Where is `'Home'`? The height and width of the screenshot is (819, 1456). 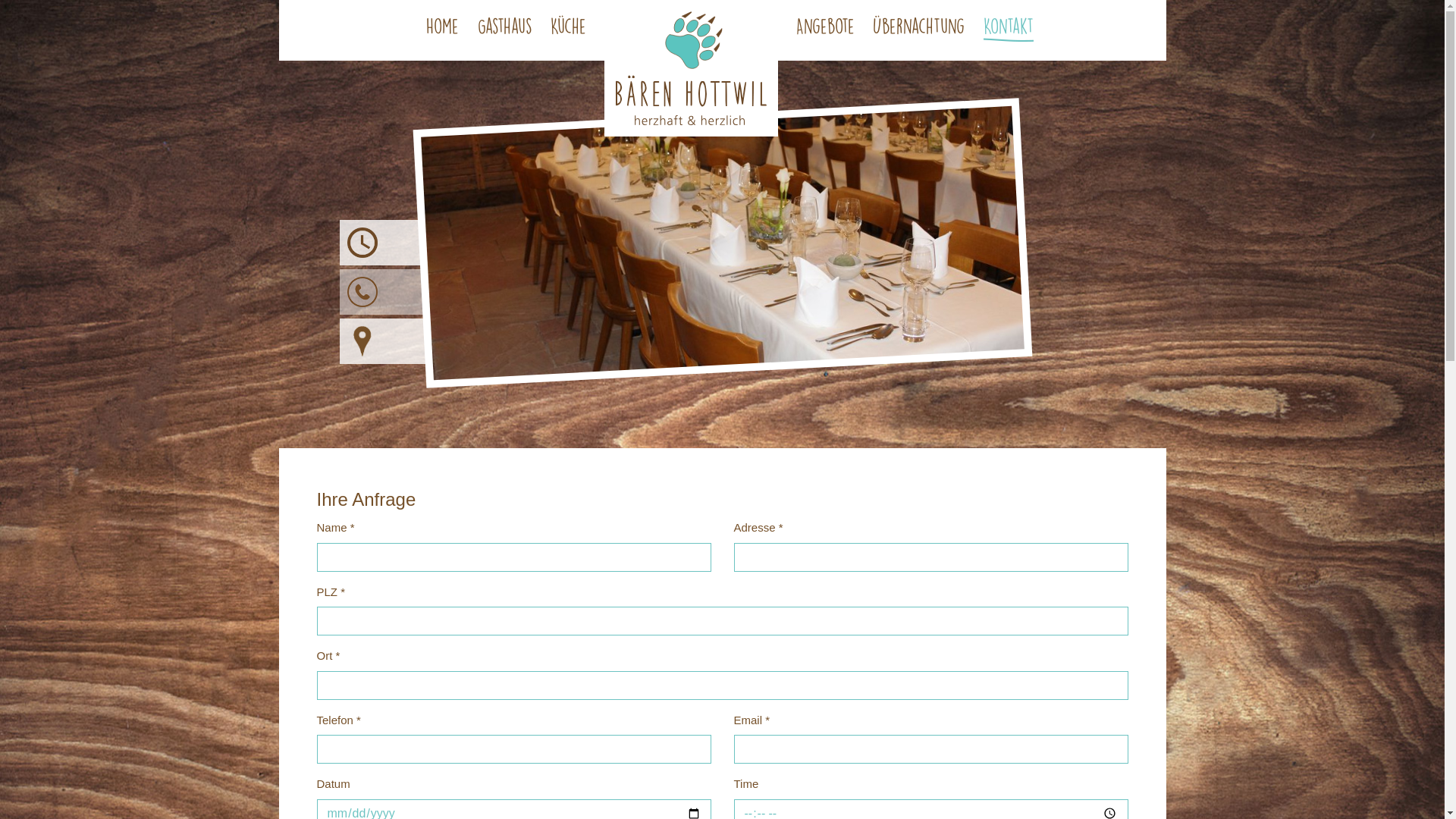 'Home' is located at coordinates (441, 29).